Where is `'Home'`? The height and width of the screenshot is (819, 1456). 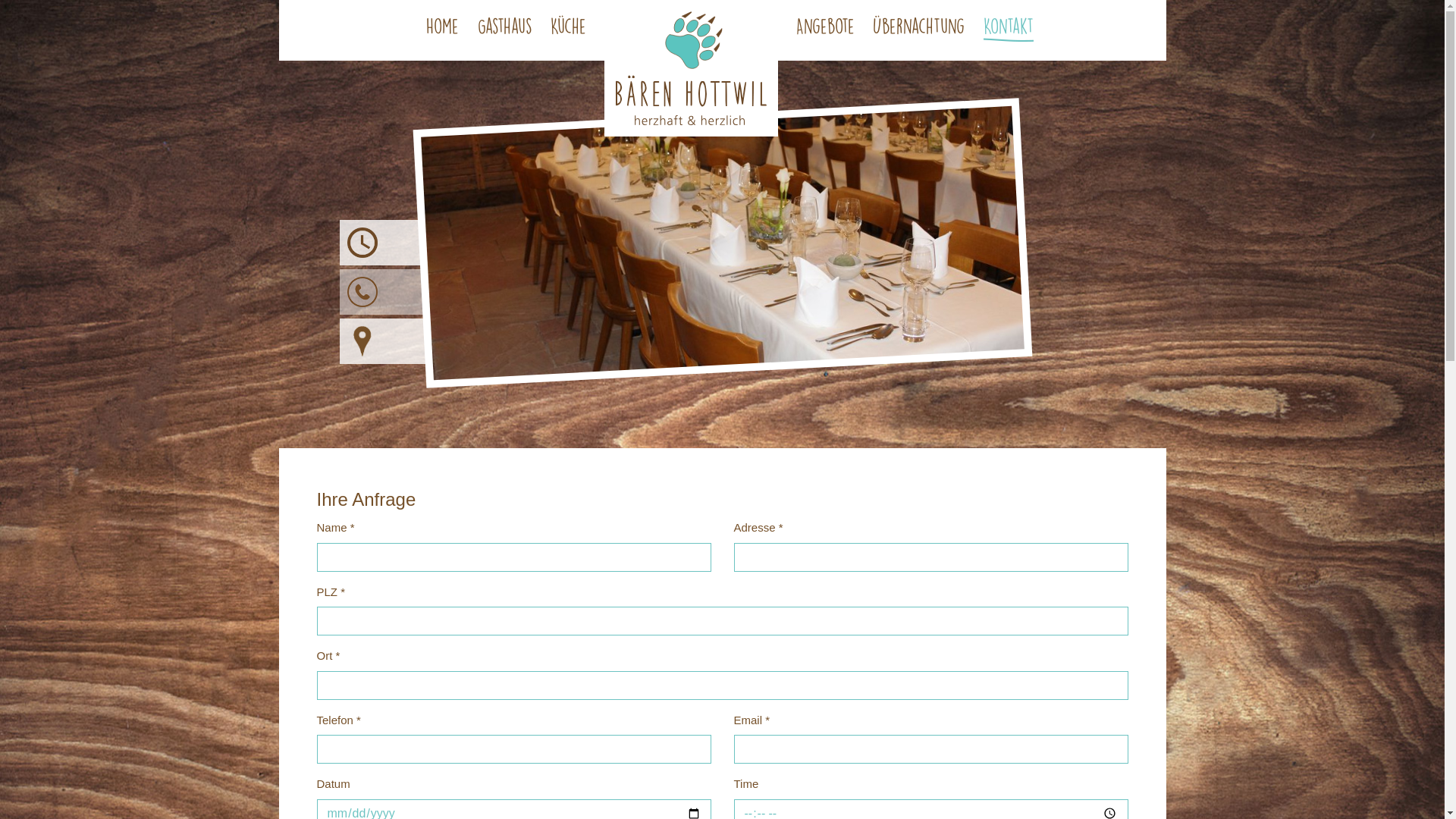 'Home' is located at coordinates (441, 29).